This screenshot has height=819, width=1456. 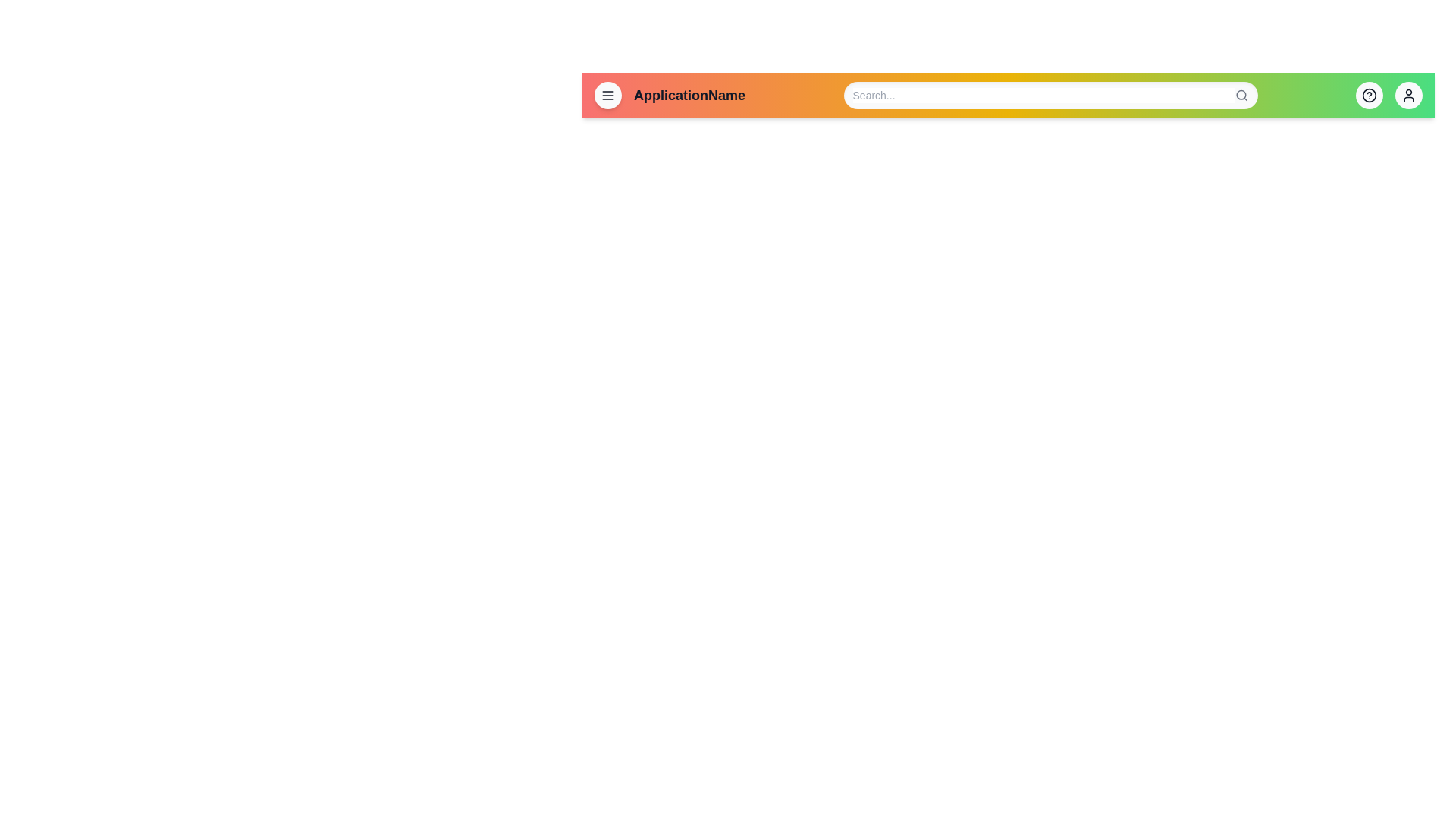 I want to click on the background of the app bar, so click(x=582, y=96).